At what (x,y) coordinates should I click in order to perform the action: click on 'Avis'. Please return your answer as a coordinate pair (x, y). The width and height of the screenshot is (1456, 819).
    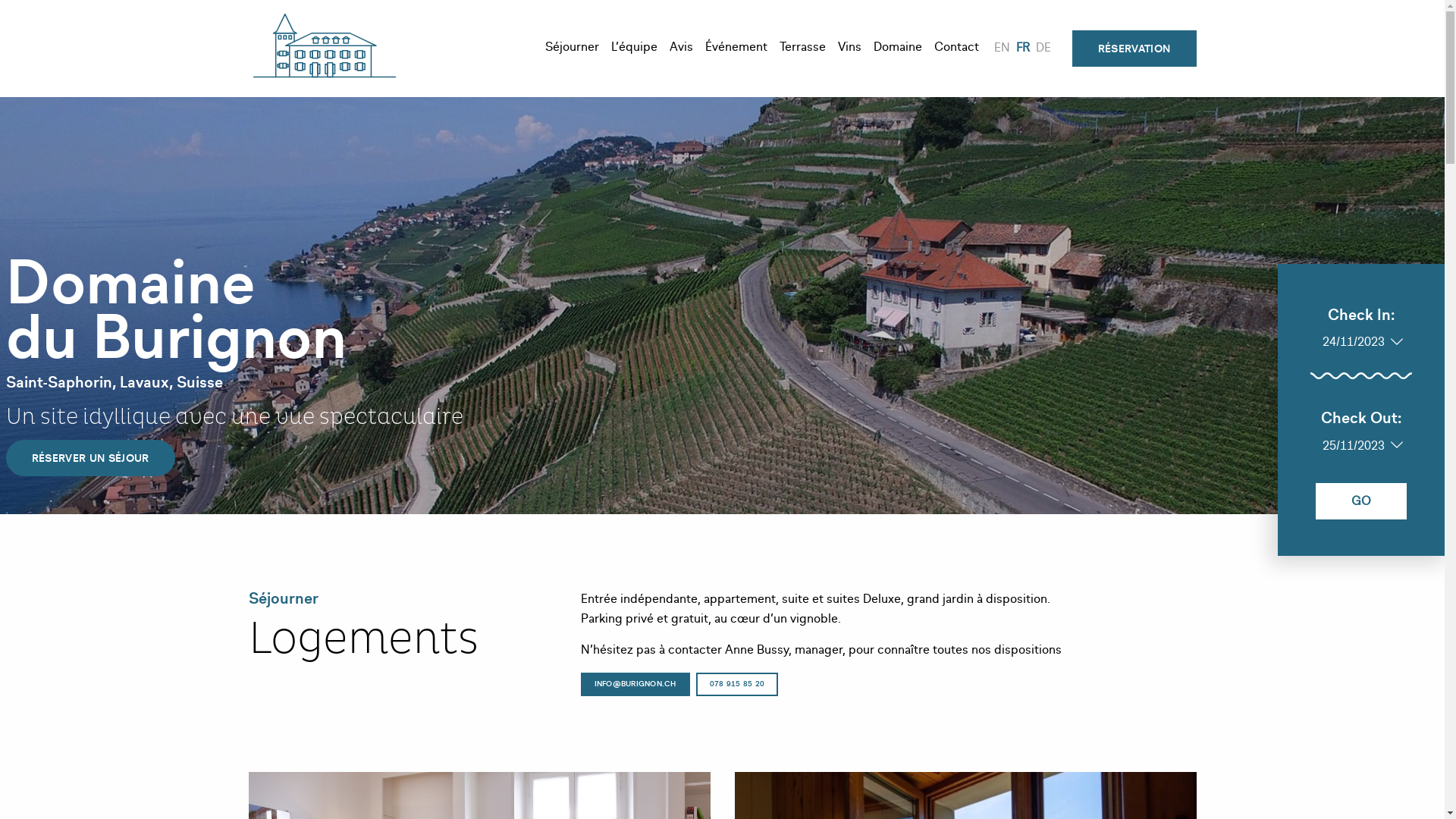
    Looking at the image, I should click on (680, 48).